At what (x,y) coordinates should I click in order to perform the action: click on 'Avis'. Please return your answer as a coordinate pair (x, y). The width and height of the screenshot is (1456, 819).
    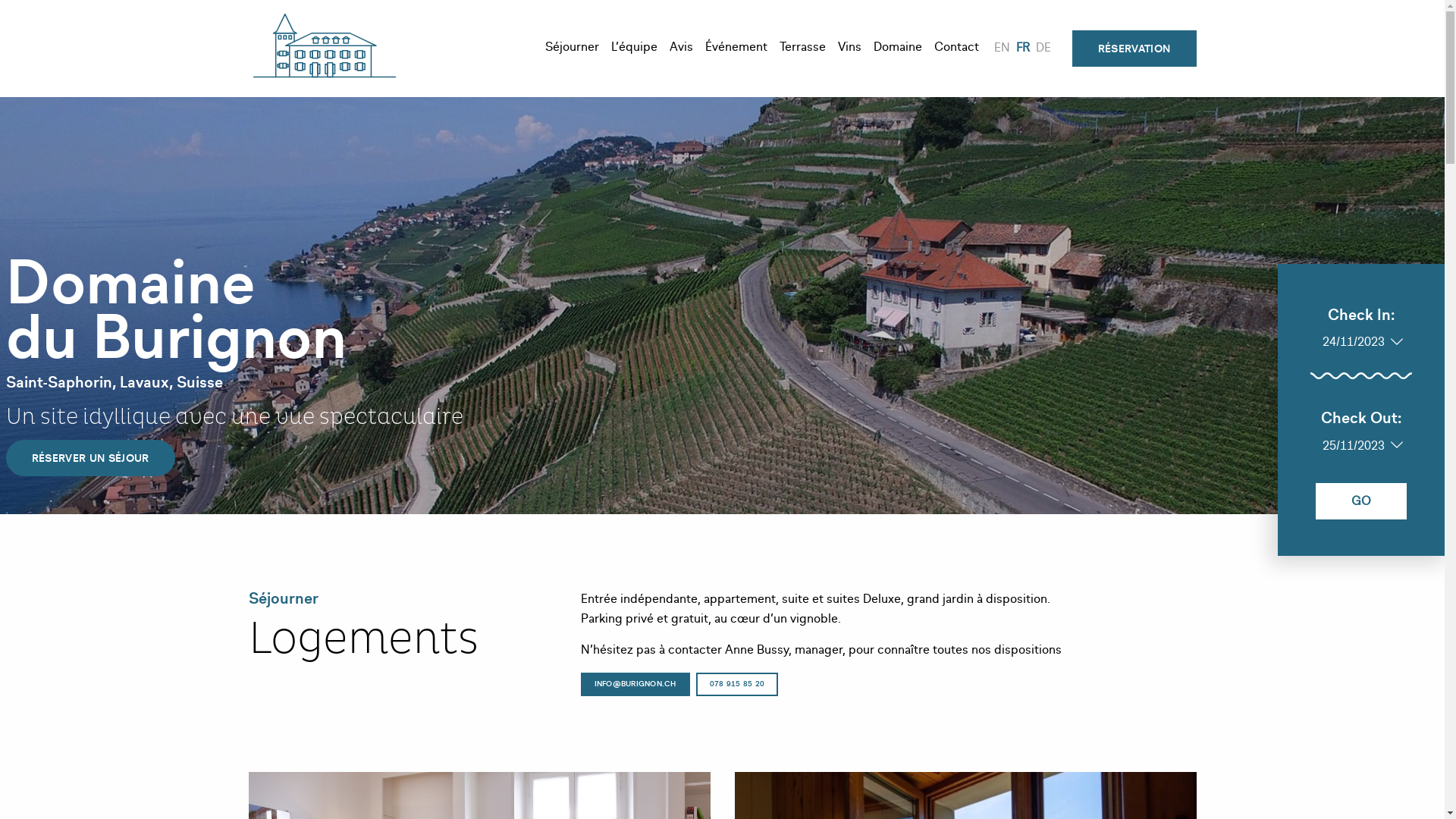
    Looking at the image, I should click on (680, 48).